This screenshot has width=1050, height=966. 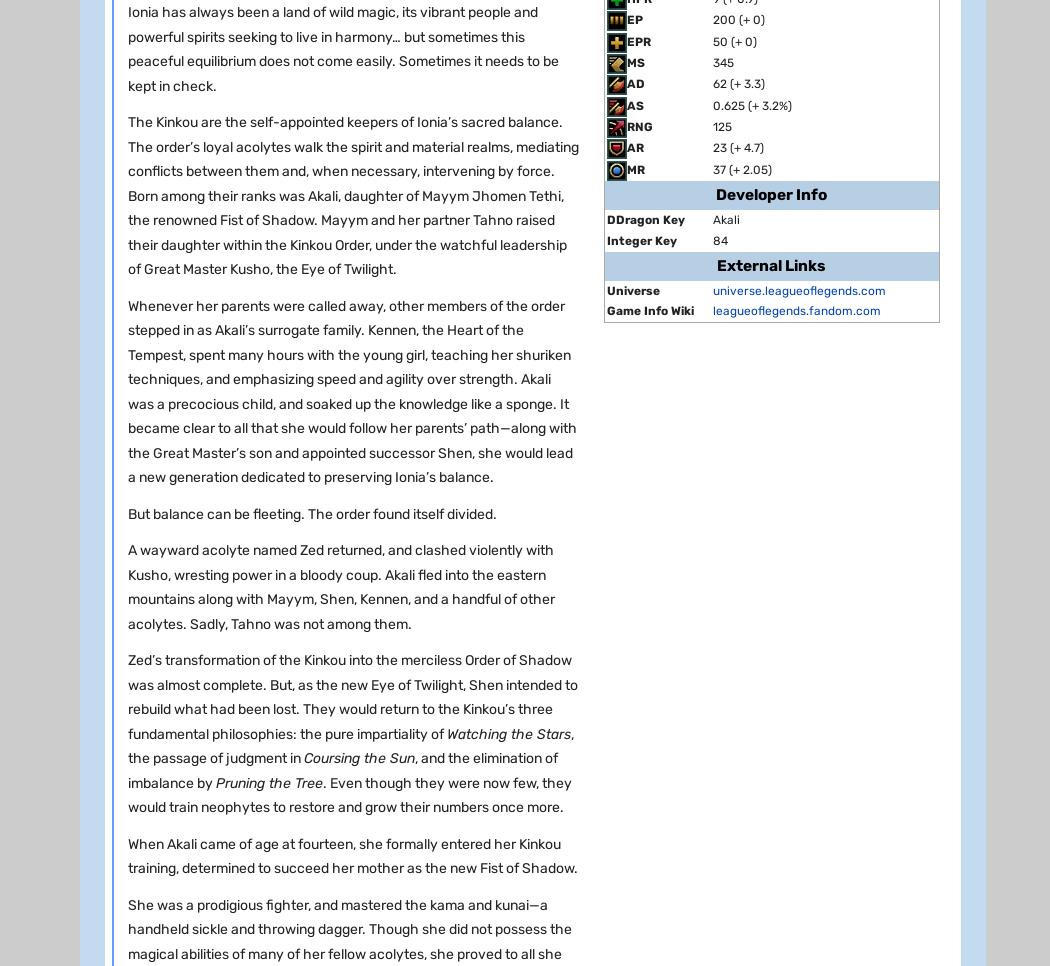 I want to click on '160/130/100', so click(x=279, y=952).